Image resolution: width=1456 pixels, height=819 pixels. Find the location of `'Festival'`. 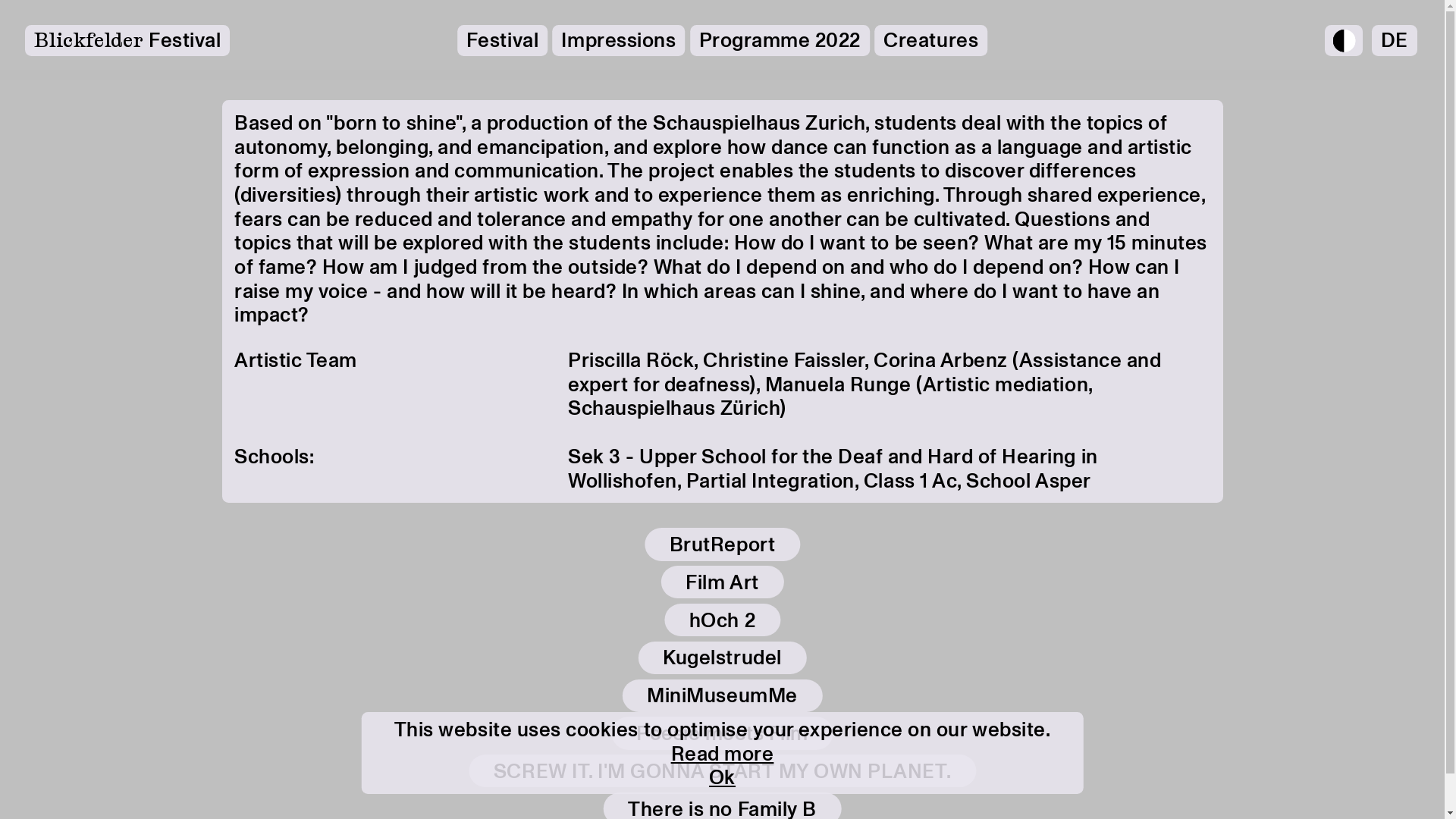

'Festival' is located at coordinates (502, 39).